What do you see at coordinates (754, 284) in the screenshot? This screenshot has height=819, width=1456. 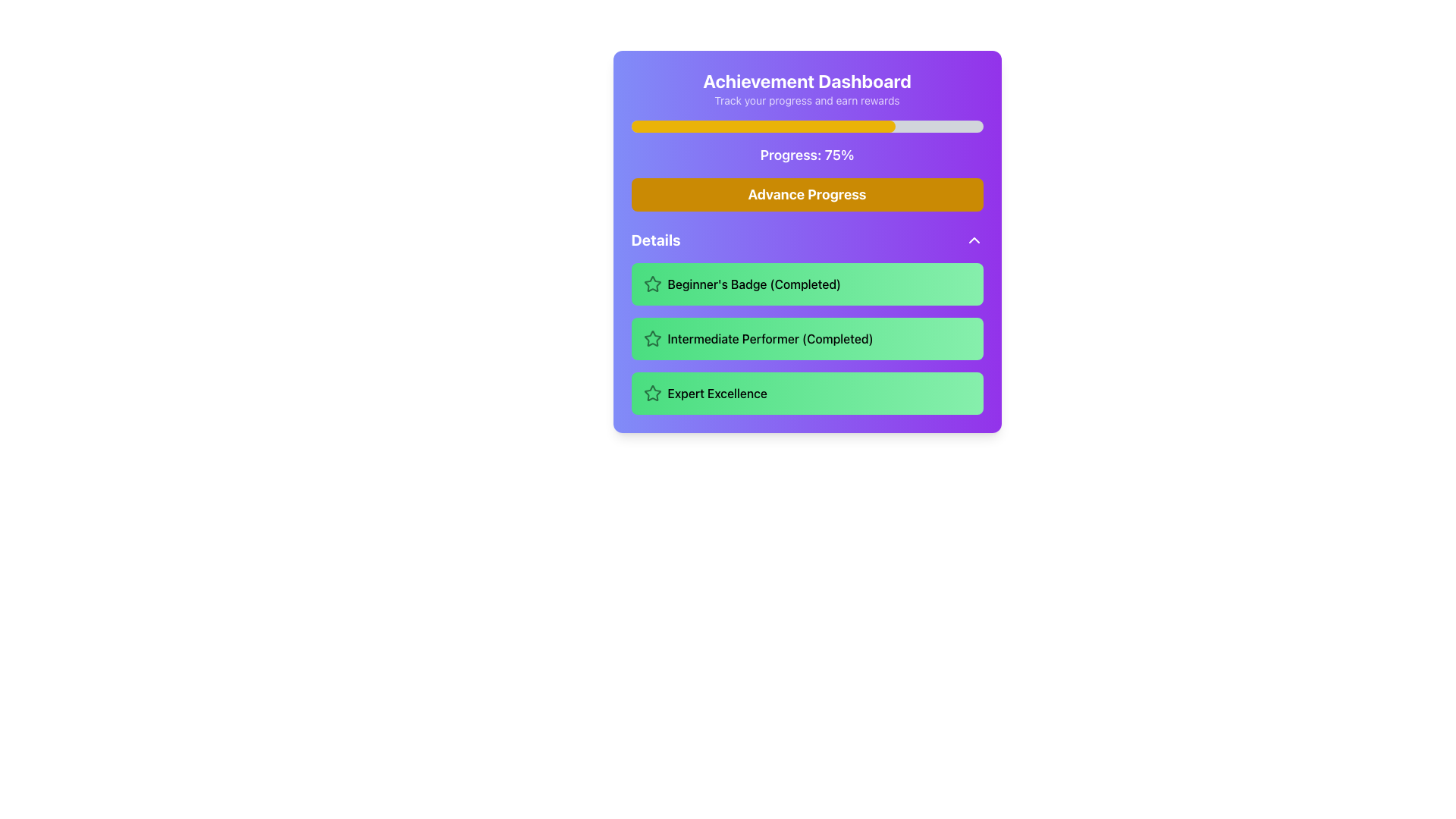 I see `the Text Label that displays the completed achievement badge, located on a green rectangular field underneath the 'Details' section` at bounding box center [754, 284].